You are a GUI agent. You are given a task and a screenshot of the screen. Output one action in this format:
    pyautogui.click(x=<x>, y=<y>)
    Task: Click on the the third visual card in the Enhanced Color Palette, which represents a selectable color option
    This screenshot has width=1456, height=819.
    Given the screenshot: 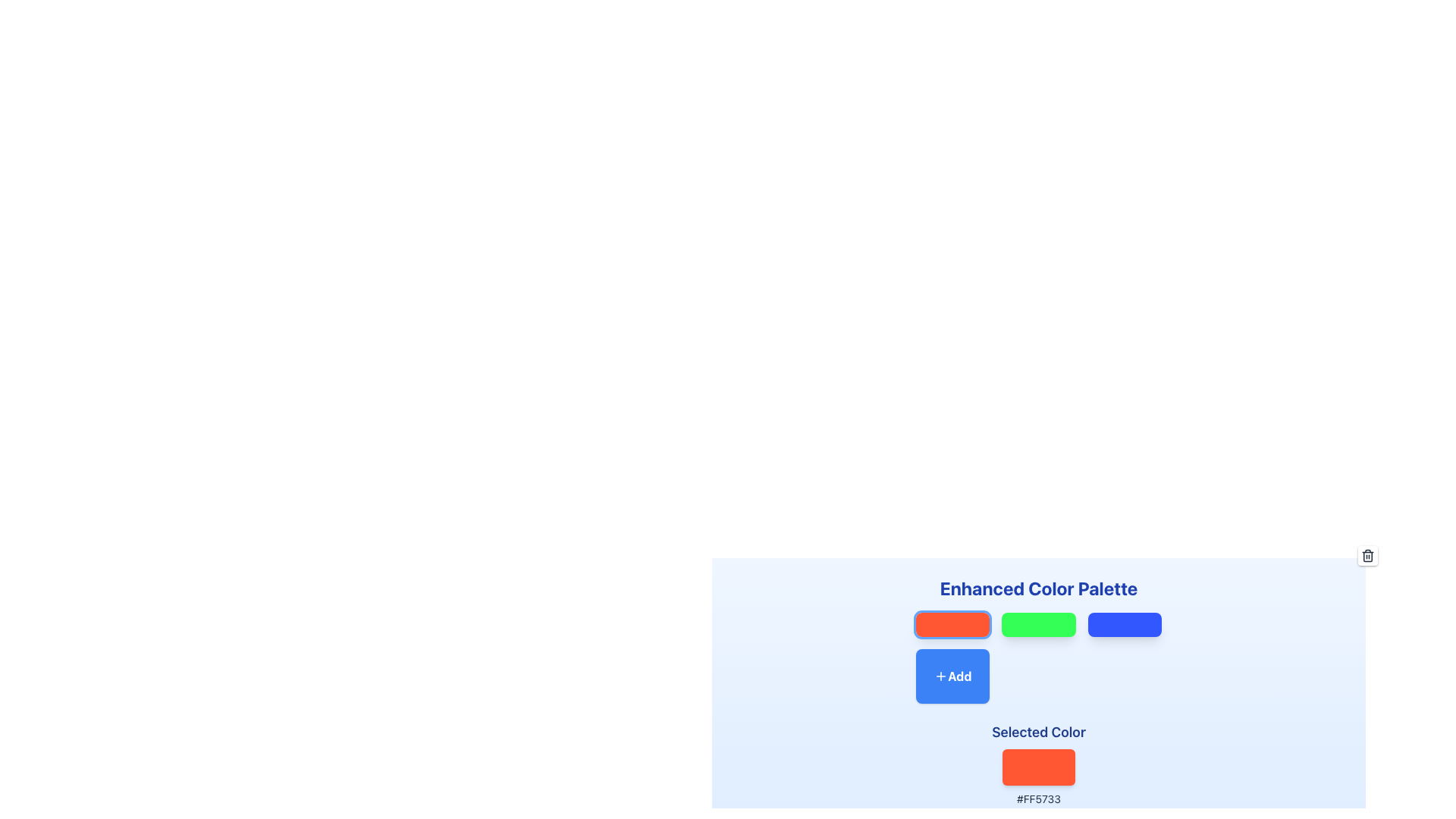 What is the action you would take?
    pyautogui.click(x=1125, y=625)
    